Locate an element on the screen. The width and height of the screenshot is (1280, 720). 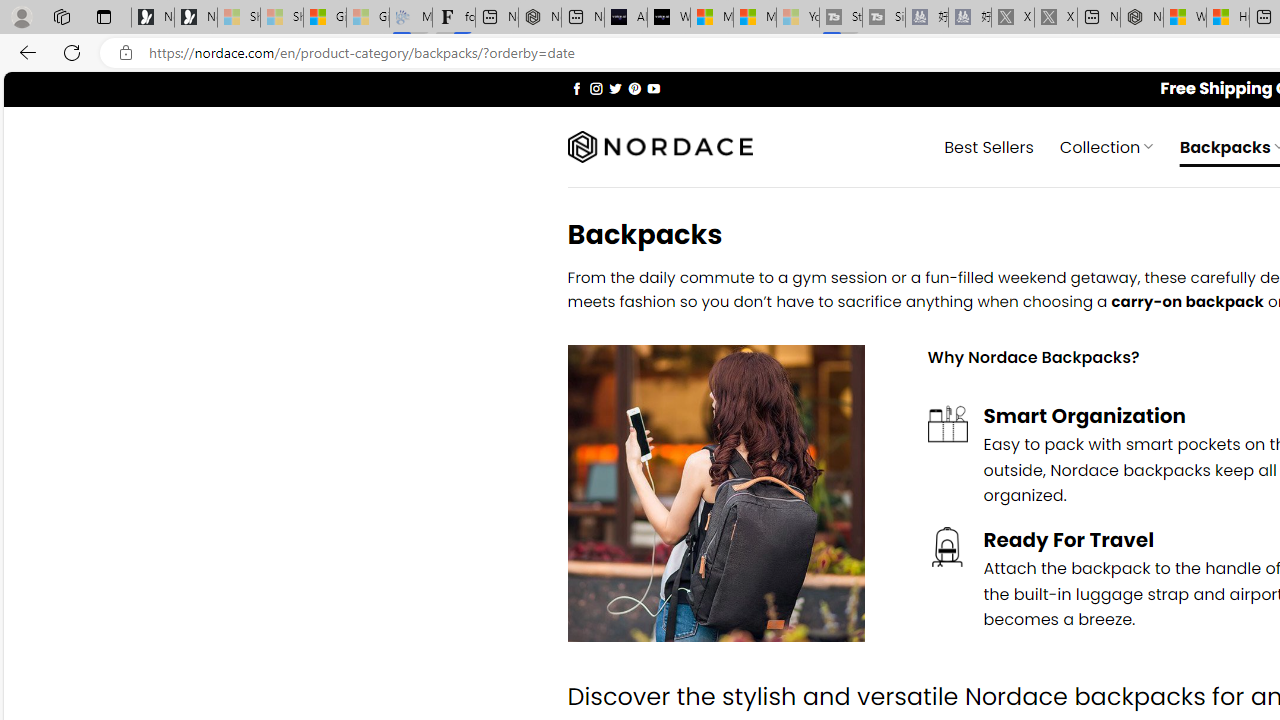
'Follow on Pinterest' is located at coordinates (633, 87).